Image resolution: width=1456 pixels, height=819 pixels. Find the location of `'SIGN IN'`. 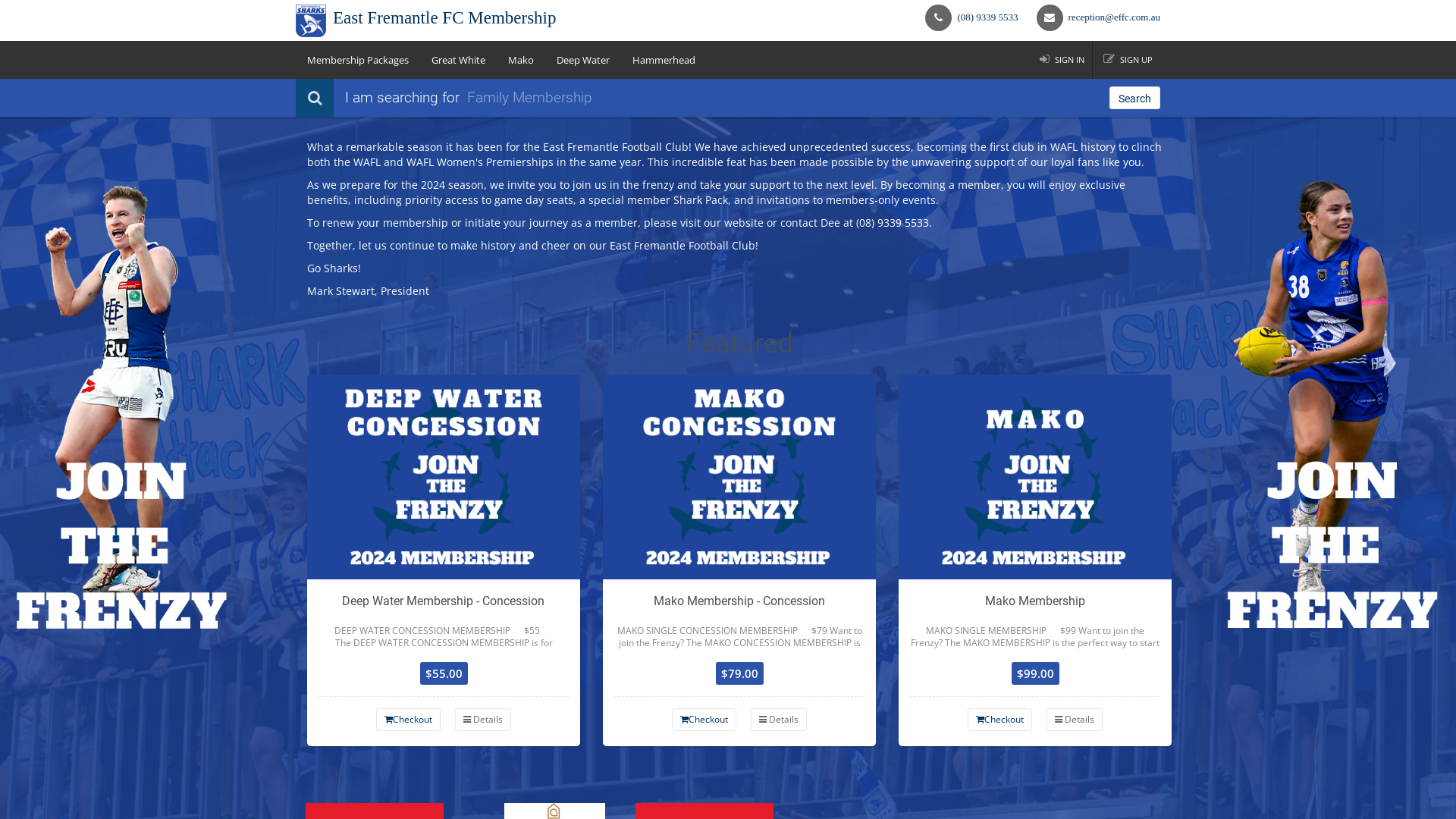

'SIGN IN' is located at coordinates (1061, 58).